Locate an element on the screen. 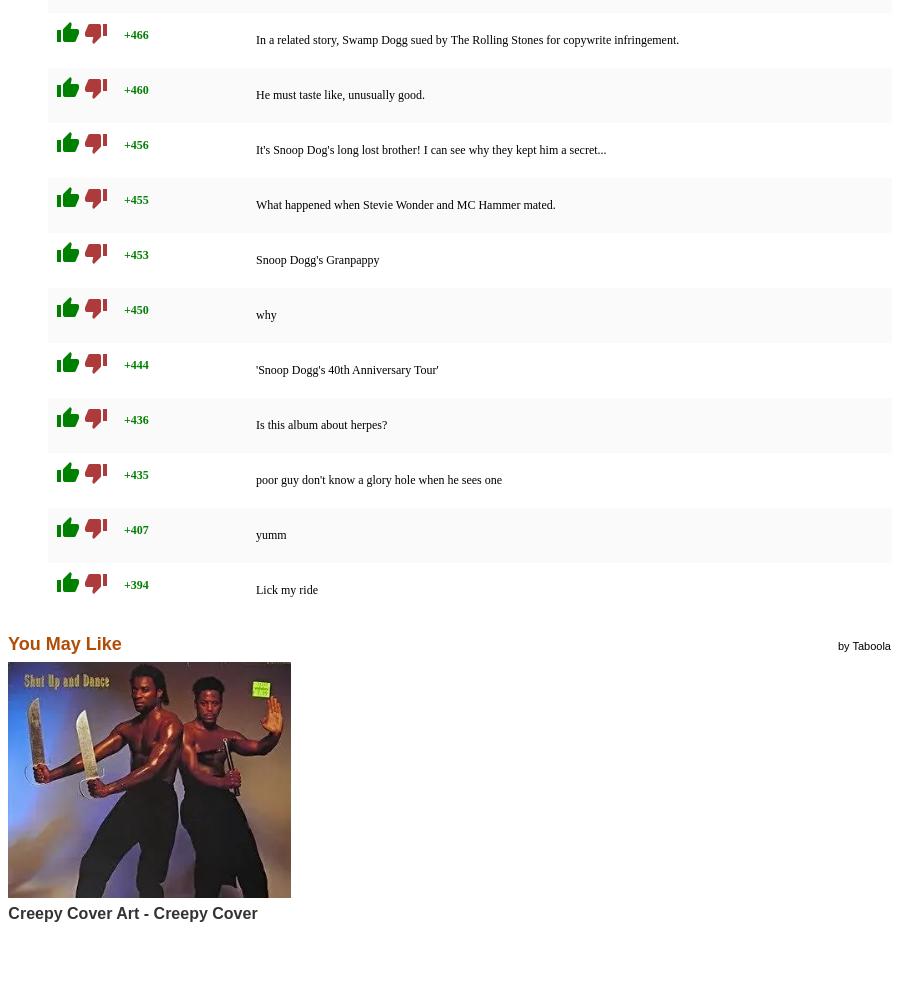 The width and height of the screenshot is (900, 1005). 'What happened when Stevie Wonder and MC Hammer mated.' is located at coordinates (405, 204).